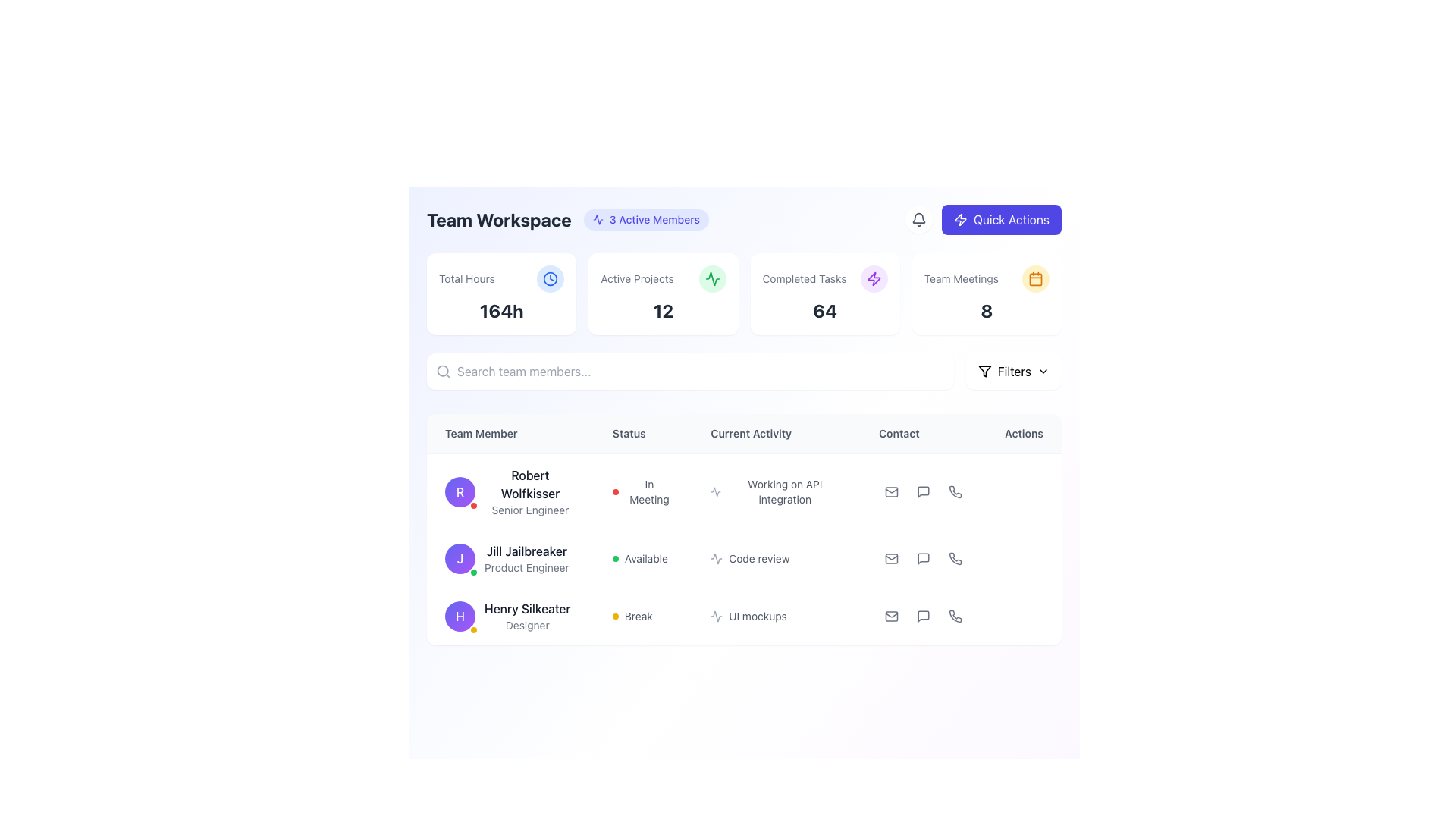  What do you see at coordinates (892, 491) in the screenshot?
I see `the Mail icon located in the 'Contact' column for 'Robert Wolfkisser' to initiate an email action` at bounding box center [892, 491].